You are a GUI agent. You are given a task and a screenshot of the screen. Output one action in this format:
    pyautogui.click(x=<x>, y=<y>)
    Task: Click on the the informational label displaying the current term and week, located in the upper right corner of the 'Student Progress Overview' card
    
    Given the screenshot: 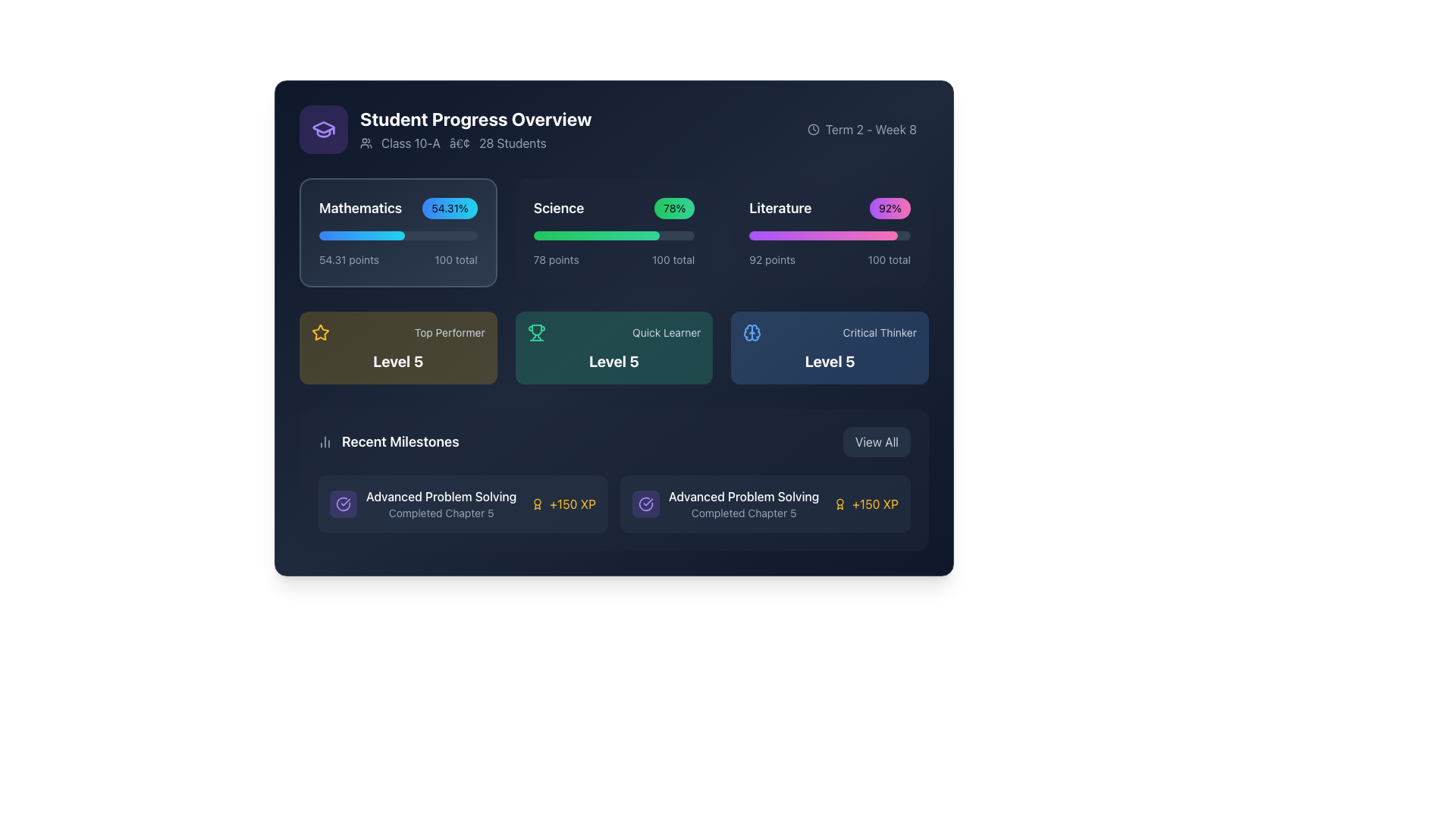 What is the action you would take?
    pyautogui.click(x=861, y=128)
    